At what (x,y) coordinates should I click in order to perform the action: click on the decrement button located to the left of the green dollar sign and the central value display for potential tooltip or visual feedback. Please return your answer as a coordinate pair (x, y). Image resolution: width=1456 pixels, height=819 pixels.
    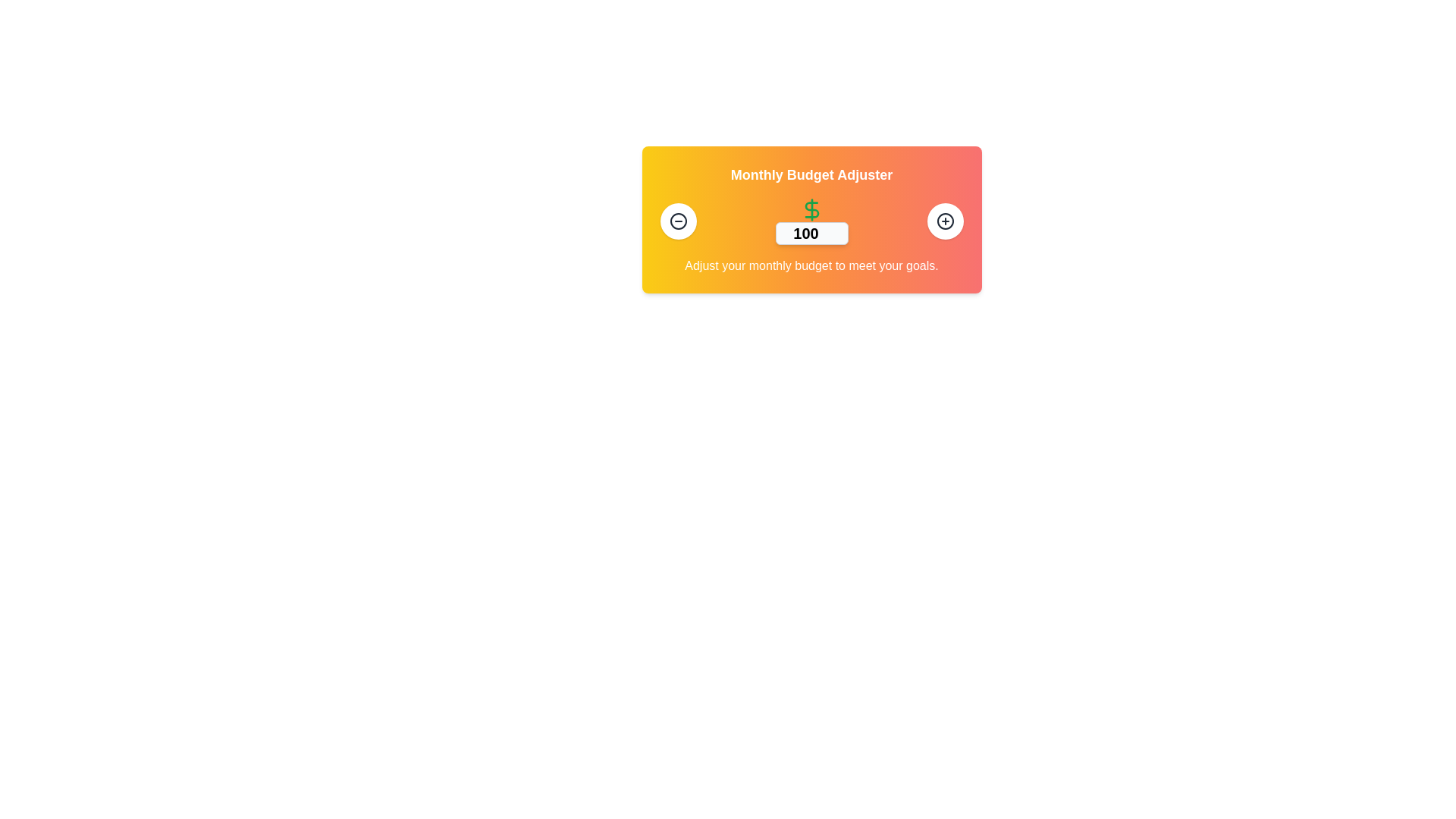
    Looking at the image, I should click on (677, 221).